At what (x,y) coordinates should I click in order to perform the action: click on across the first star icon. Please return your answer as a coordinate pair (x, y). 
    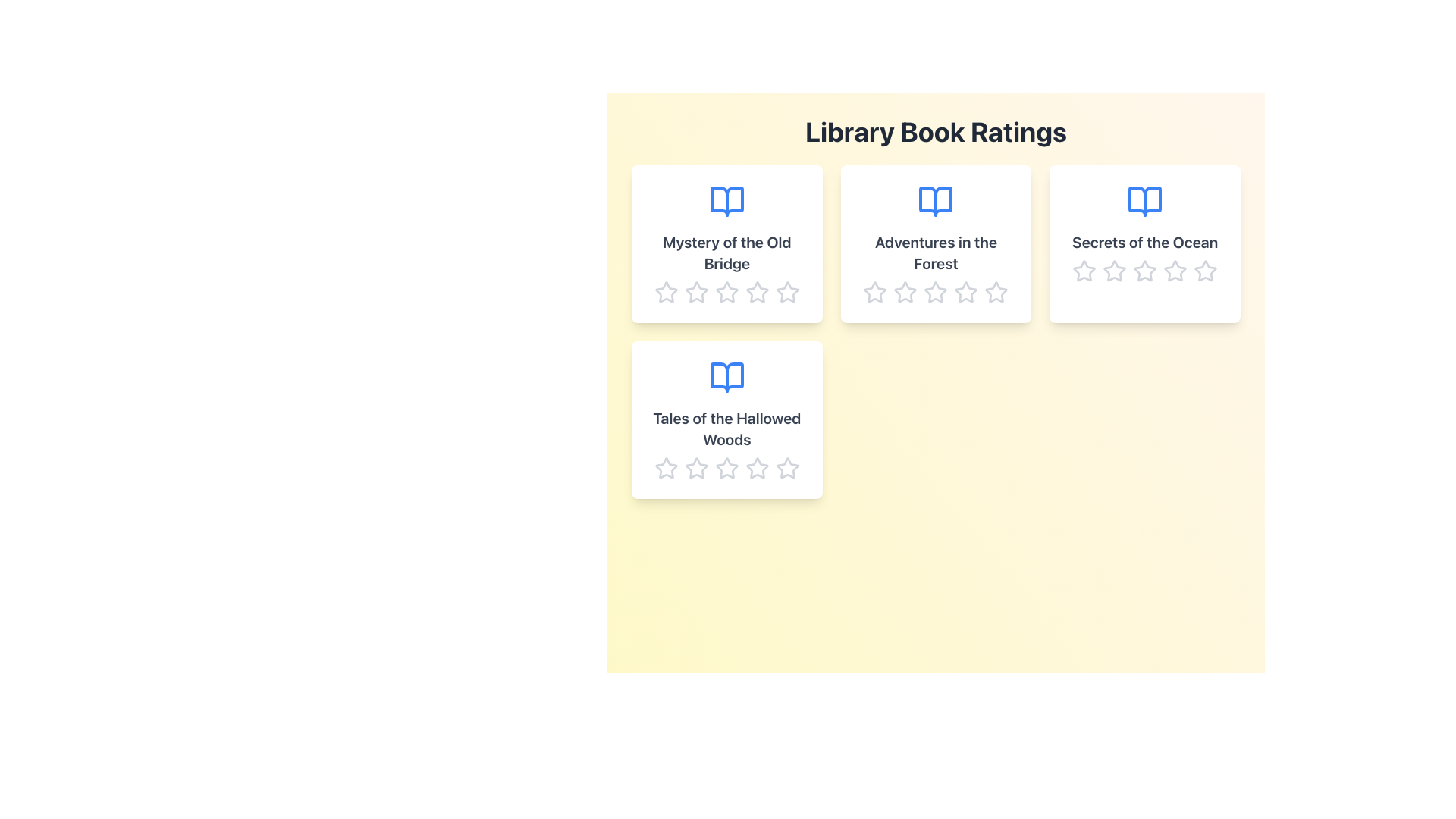
    Looking at the image, I should click on (666, 292).